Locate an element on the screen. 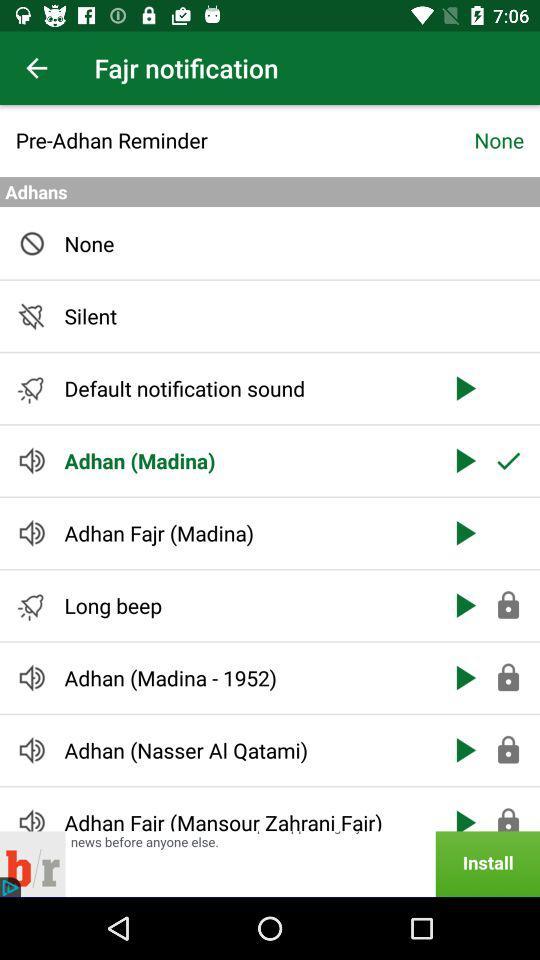 This screenshot has width=540, height=960. adhans is located at coordinates (270, 192).